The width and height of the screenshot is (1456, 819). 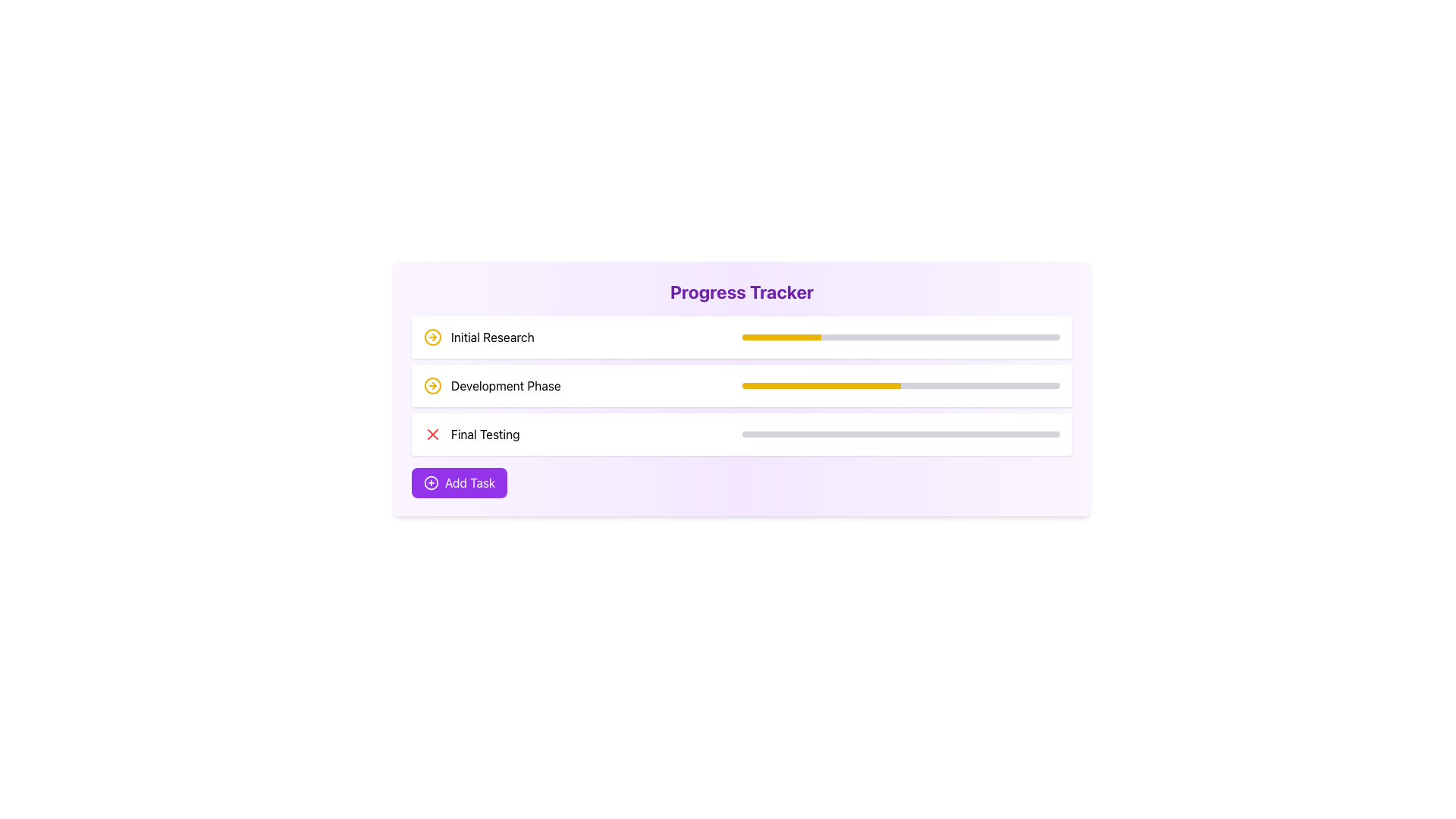 What do you see at coordinates (742, 336) in the screenshot?
I see `keyboard navigation` at bounding box center [742, 336].